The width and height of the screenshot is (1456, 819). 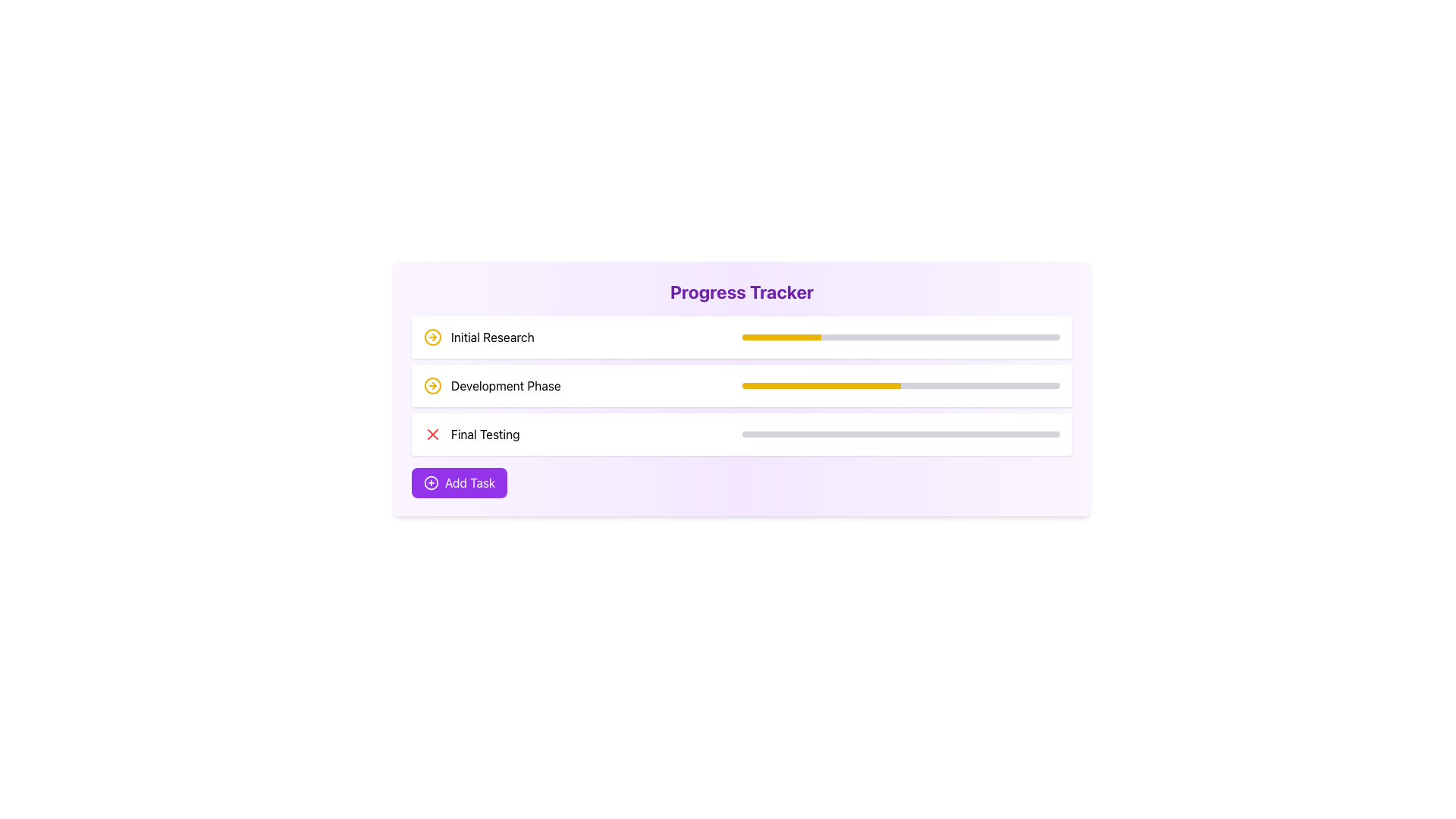 What do you see at coordinates (742, 336) in the screenshot?
I see `keyboard navigation` at bounding box center [742, 336].